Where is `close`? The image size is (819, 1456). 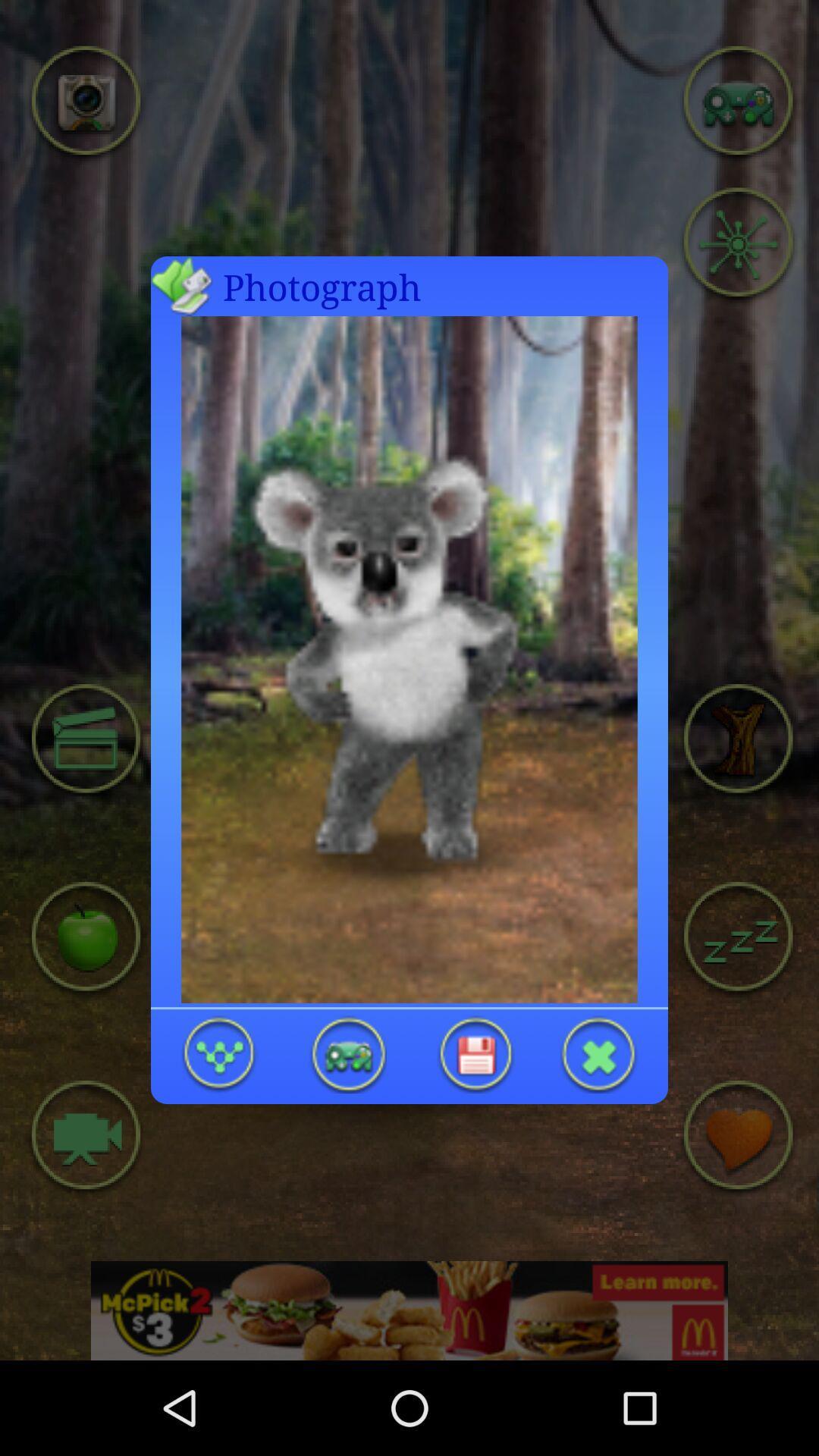 close is located at coordinates (598, 1053).